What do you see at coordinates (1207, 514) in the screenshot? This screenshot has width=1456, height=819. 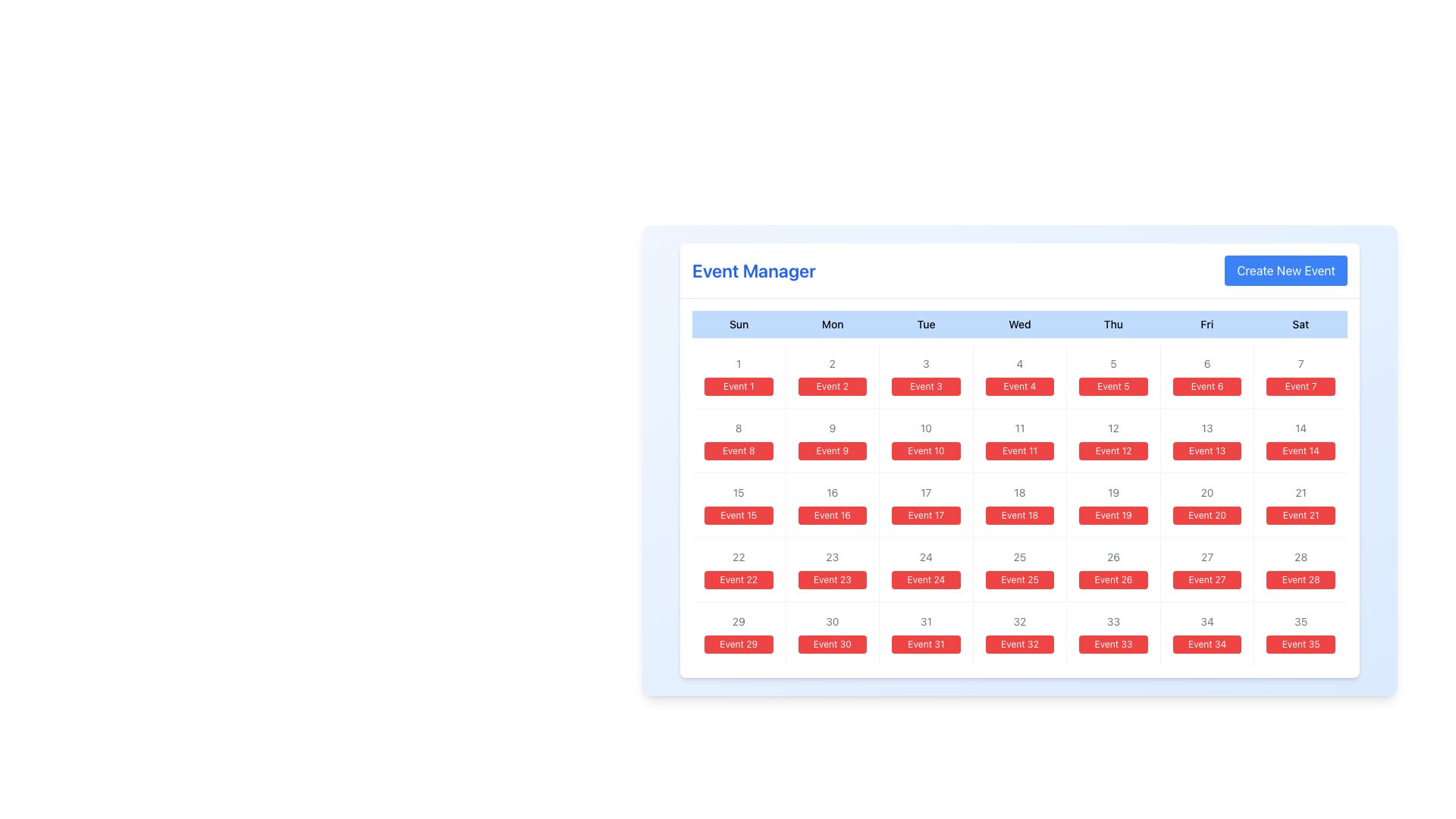 I see `the actionable button labeled 'Event 20' located in the calendar grid under the 'Fri' column on the 20th date` at bounding box center [1207, 514].